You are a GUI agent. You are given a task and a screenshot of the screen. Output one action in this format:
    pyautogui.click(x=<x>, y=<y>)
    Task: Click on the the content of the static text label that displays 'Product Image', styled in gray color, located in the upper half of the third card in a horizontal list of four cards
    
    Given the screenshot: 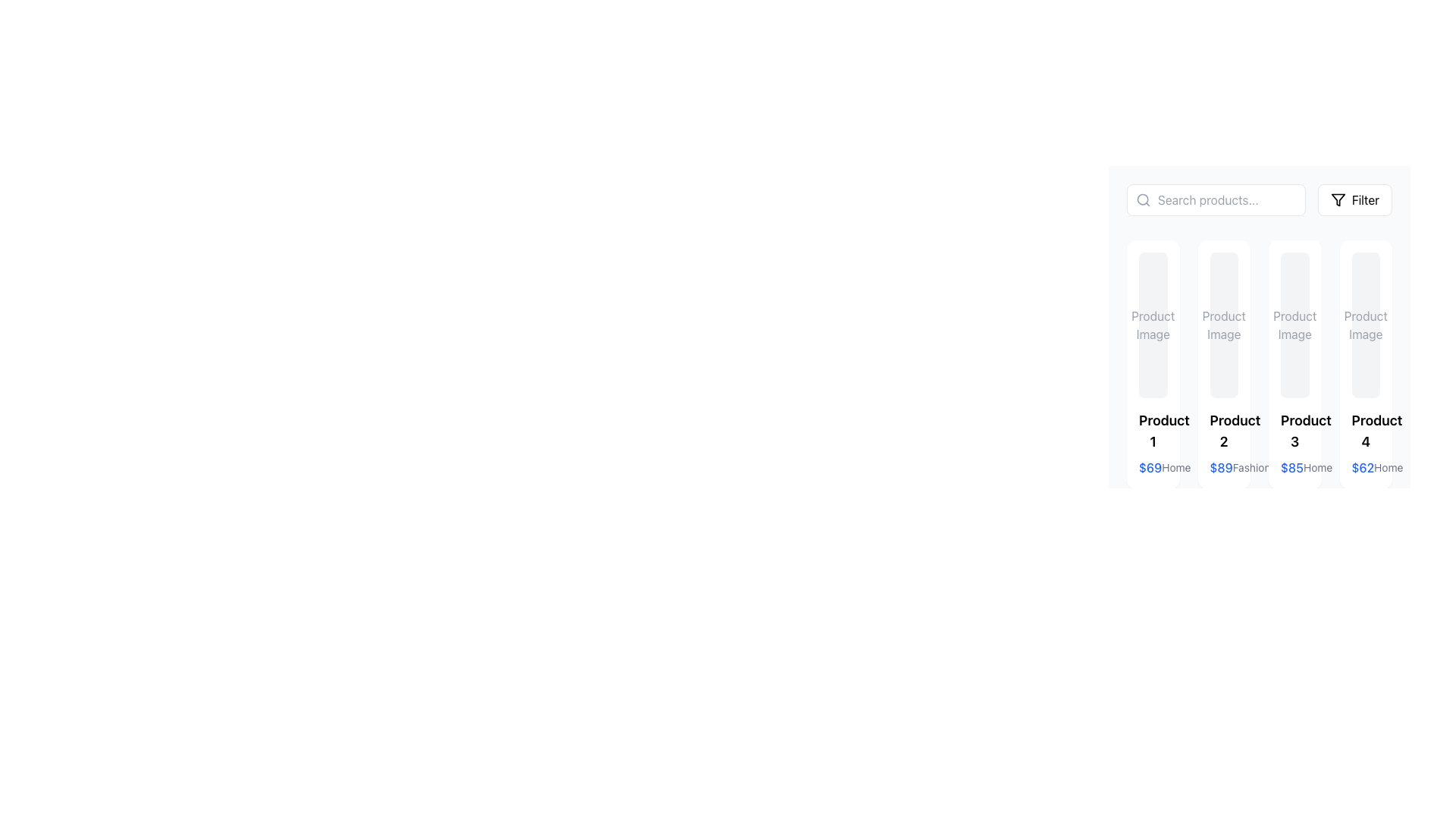 What is the action you would take?
    pyautogui.click(x=1294, y=324)
    